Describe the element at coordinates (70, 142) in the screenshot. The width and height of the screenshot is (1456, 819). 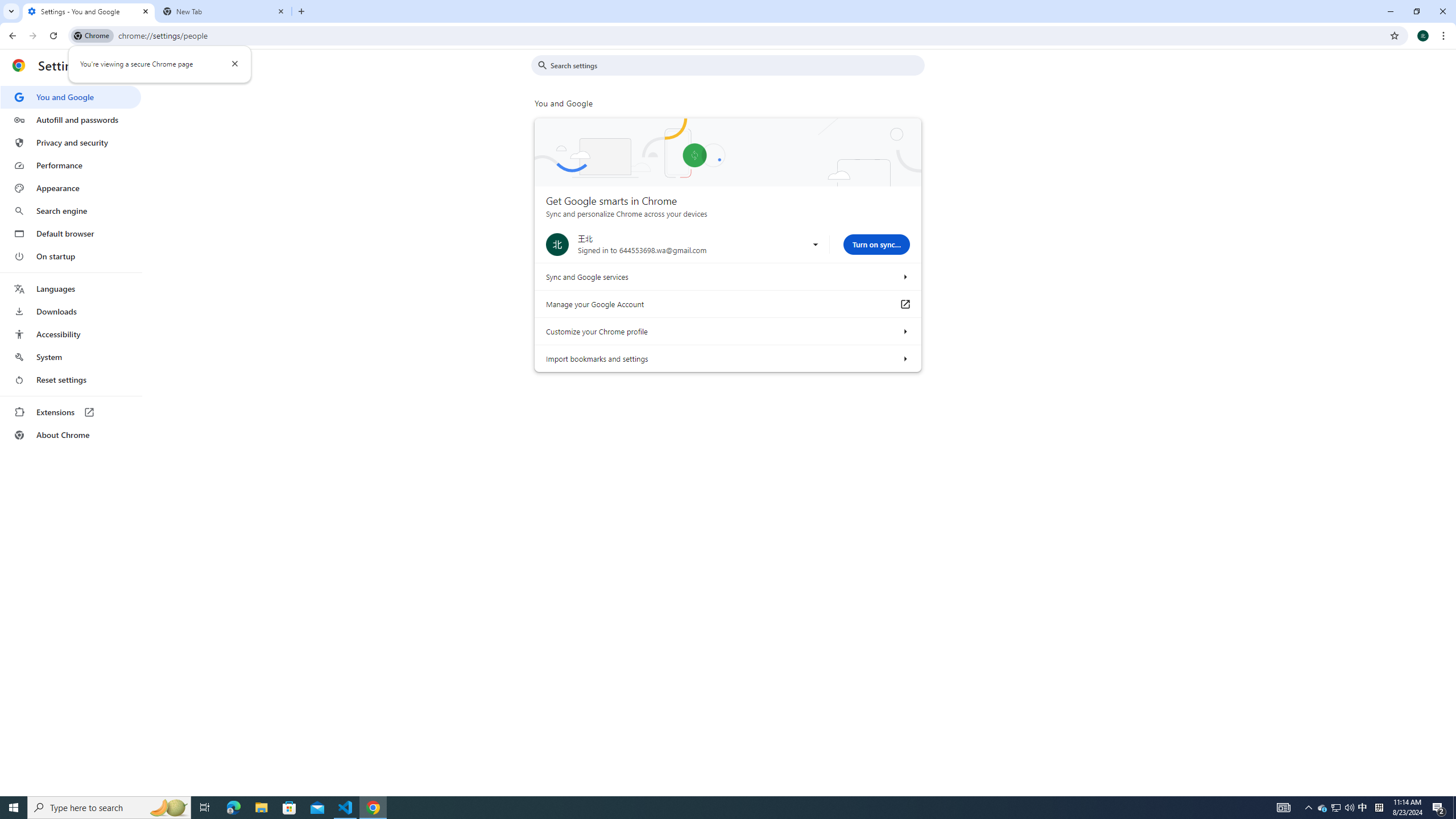
I see `'Privacy and security'` at that location.